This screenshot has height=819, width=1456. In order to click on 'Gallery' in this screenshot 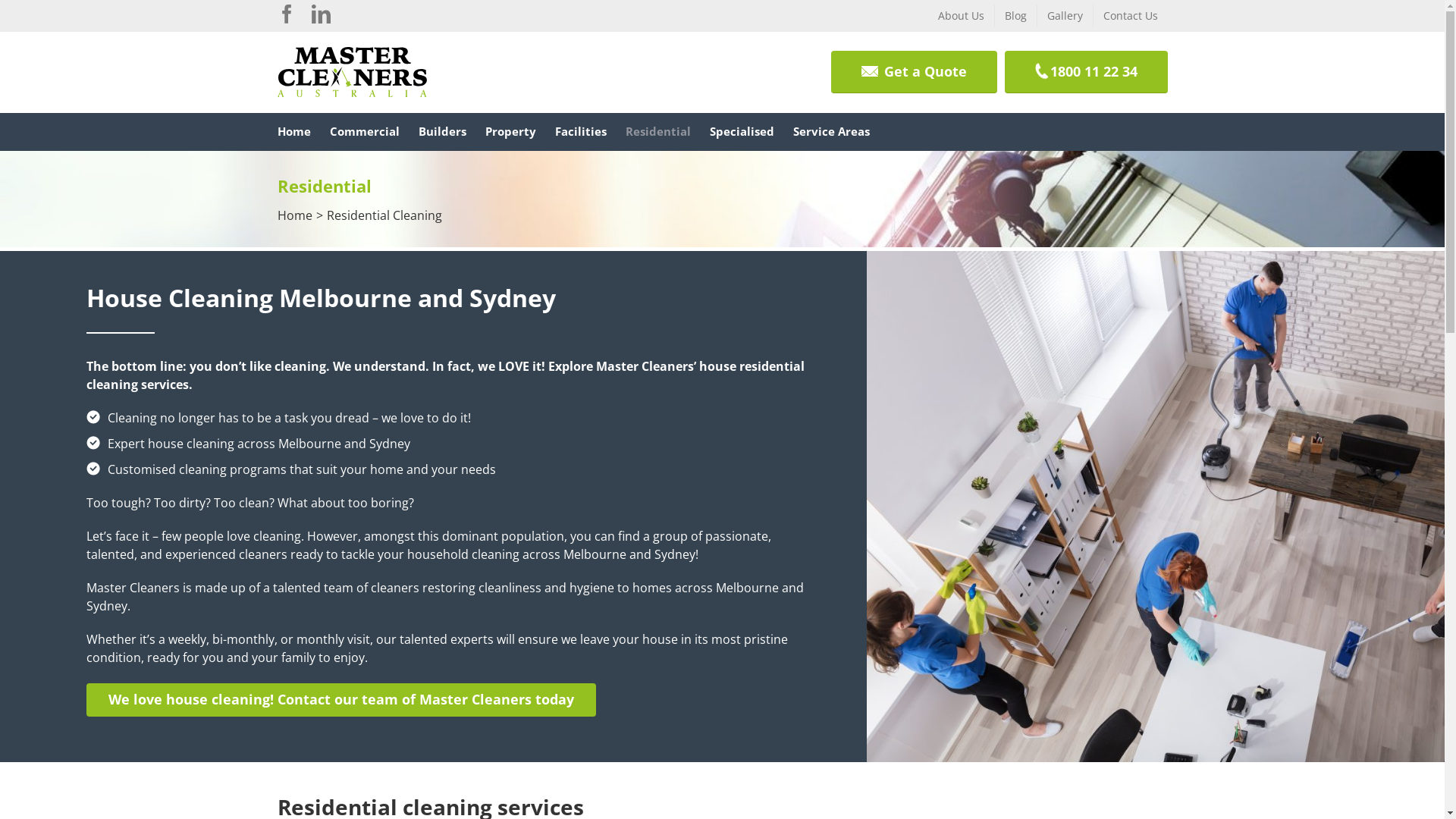, I will do `click(1064, 15)`.